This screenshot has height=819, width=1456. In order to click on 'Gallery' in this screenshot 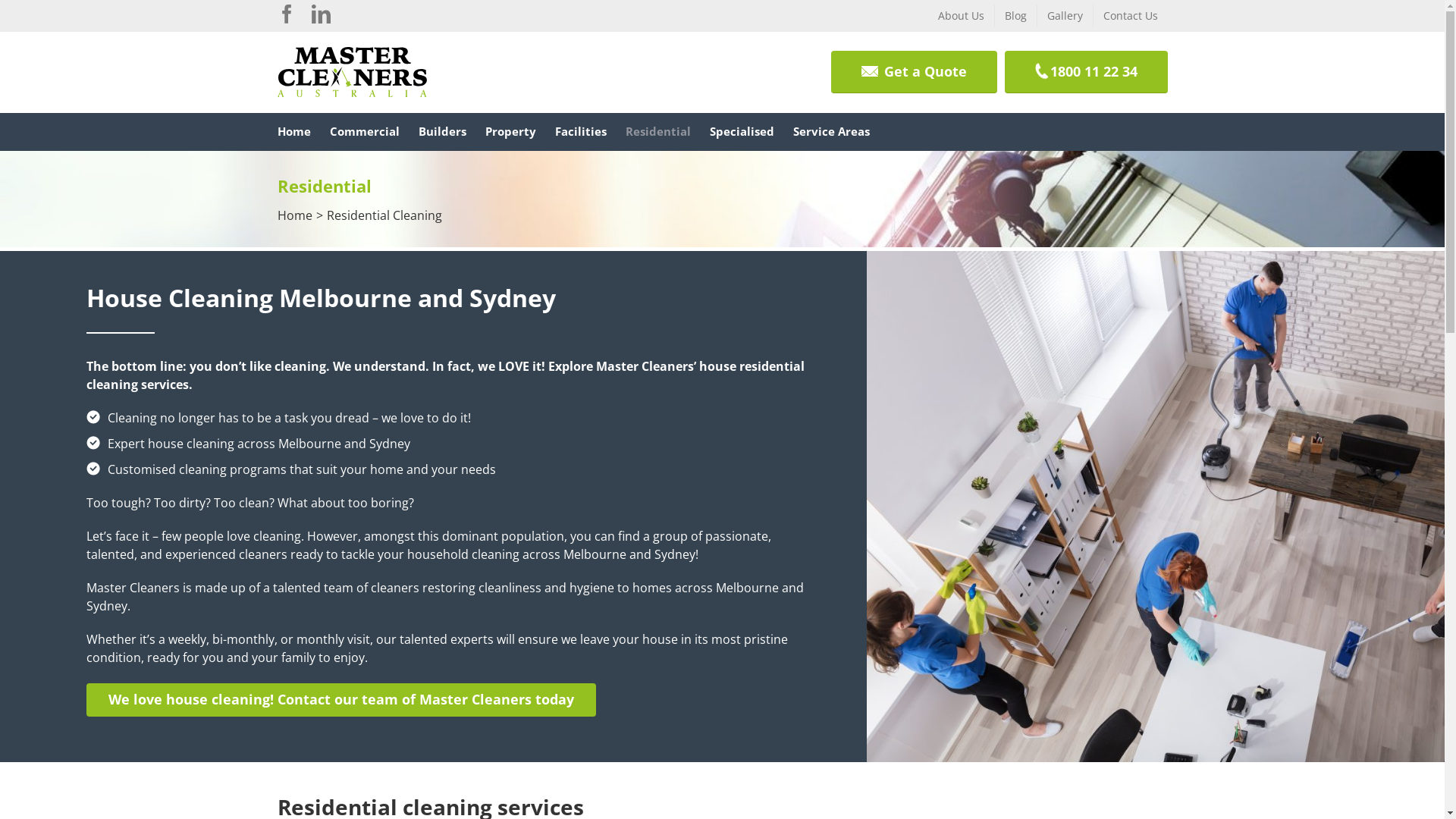, I will do `click(1064, 15)`.